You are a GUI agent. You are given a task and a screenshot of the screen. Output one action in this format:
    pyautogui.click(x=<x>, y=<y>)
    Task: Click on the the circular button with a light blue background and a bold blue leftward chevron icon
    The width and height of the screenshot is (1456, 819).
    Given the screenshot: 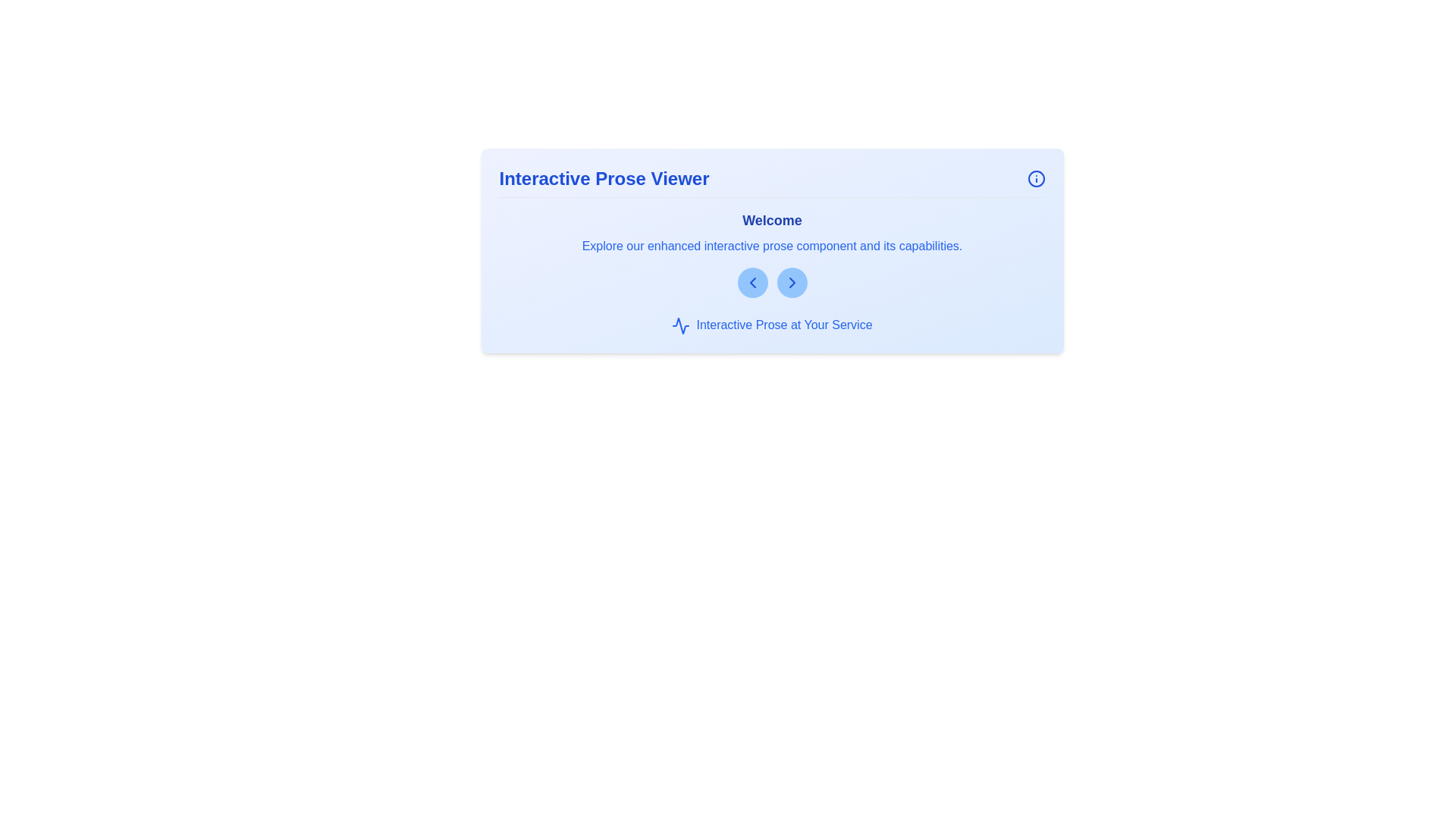 What is the action you would take?
    pyautogui.click(x=752, y=283)
    